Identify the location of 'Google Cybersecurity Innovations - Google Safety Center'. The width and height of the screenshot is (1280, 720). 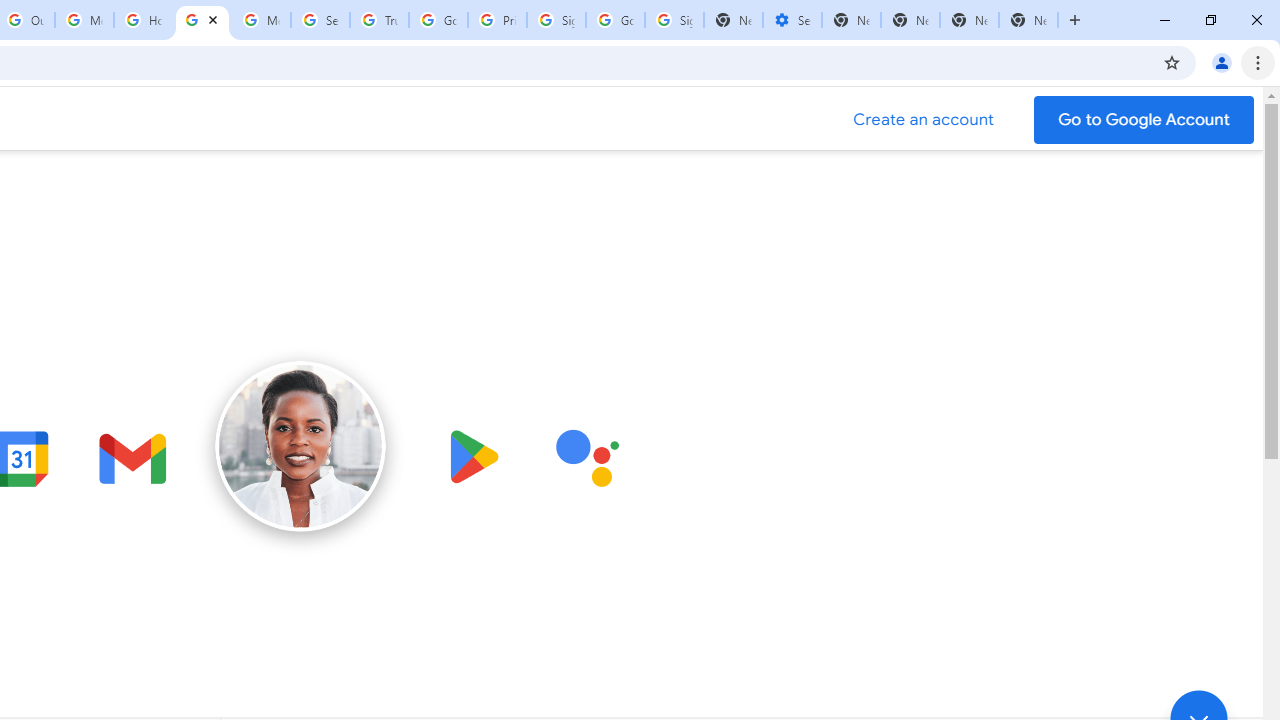
(614, 20).